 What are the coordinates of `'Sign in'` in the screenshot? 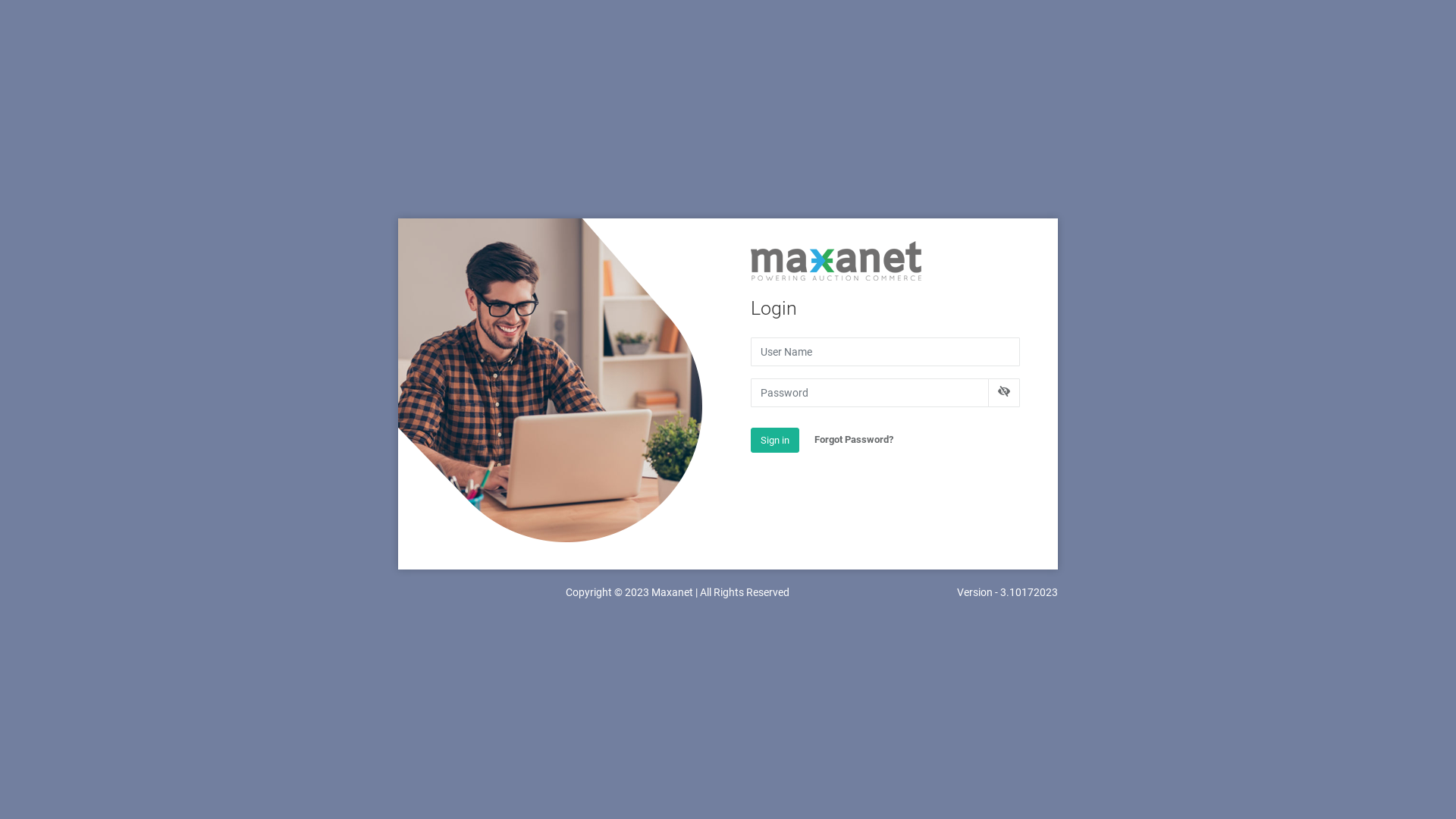 It's located at (775, 441).